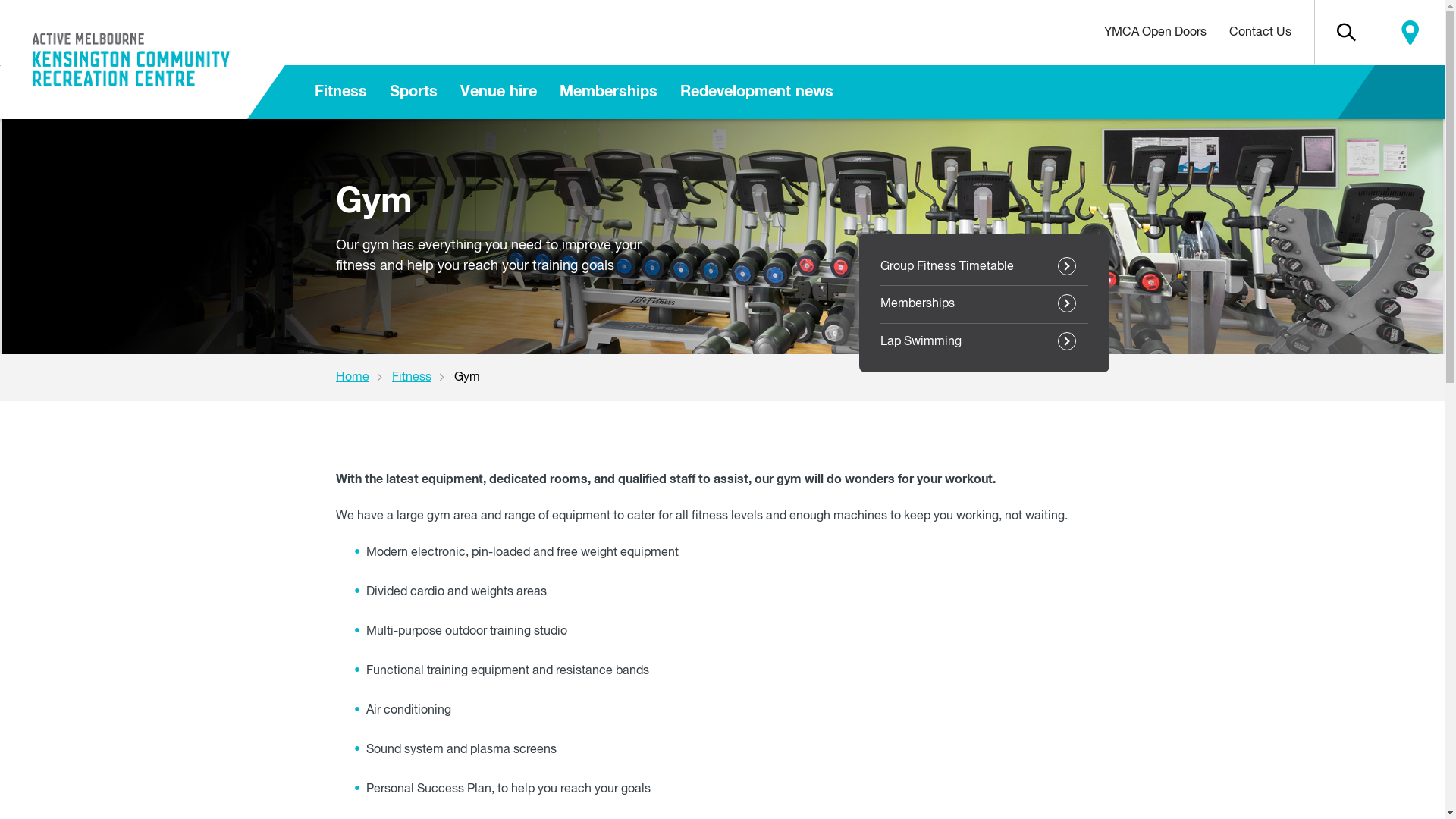 The height and width of the screenshot is (819, 1456). Describe the element at coordinates (413, 92) in the screenshot. I see `'Sports'` at that location.